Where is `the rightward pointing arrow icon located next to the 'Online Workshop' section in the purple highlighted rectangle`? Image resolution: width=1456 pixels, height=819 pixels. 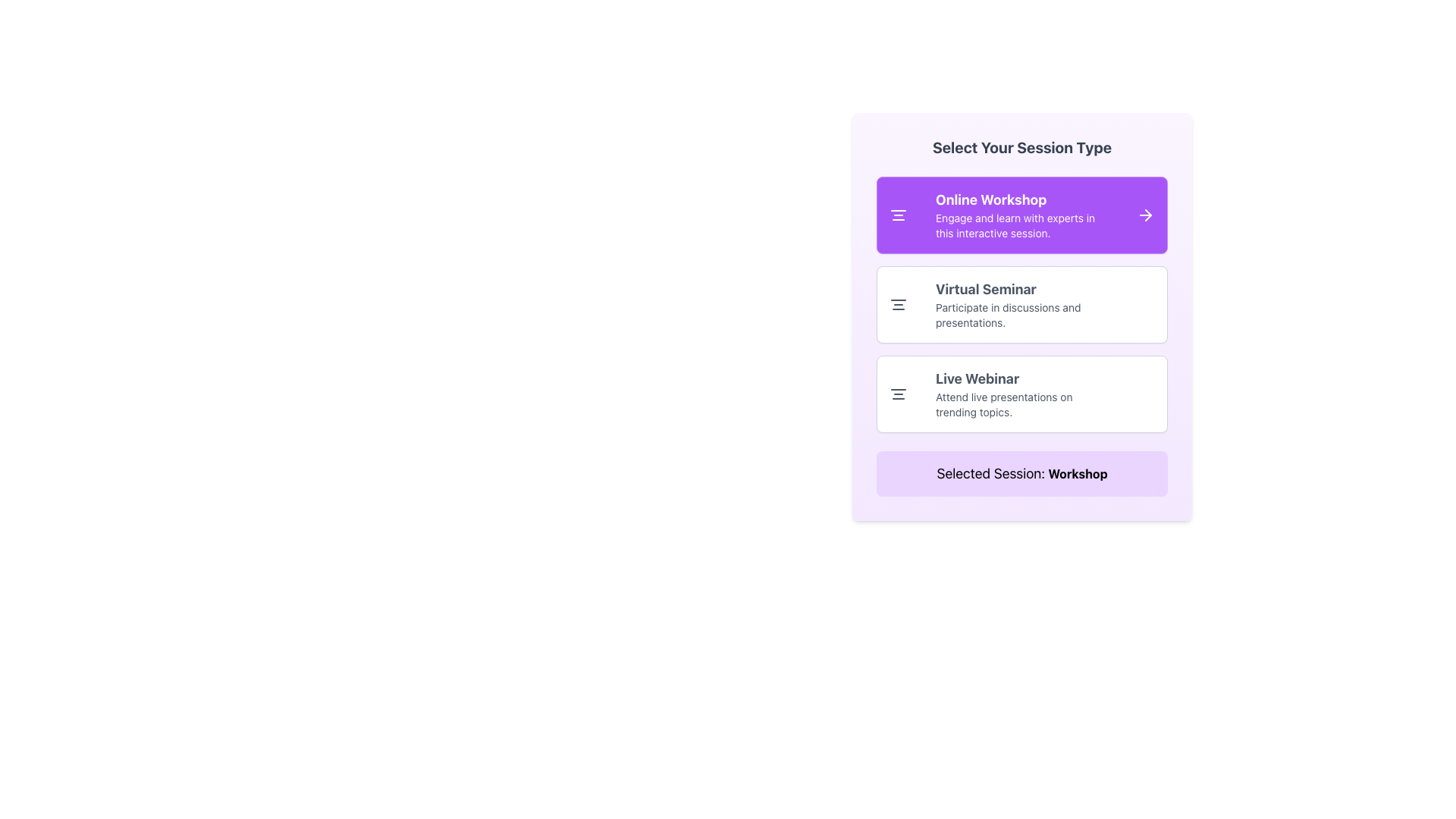 the rightward pointing arrow icon located next to the 'Online Workshop' section in the purple highlighted rectangle is located at coordinates (1148, 215).